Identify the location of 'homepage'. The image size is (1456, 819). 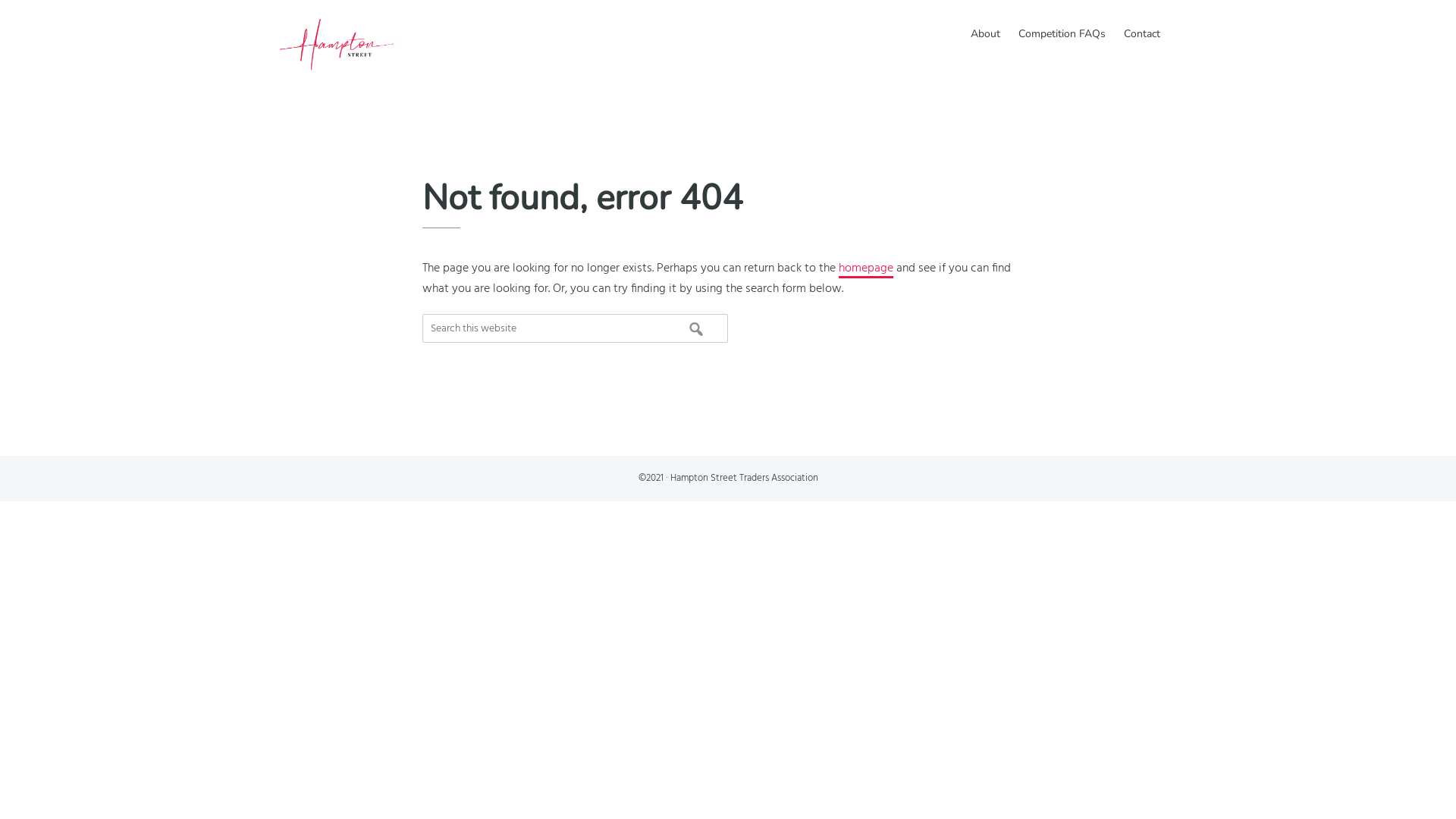
(866, 268).